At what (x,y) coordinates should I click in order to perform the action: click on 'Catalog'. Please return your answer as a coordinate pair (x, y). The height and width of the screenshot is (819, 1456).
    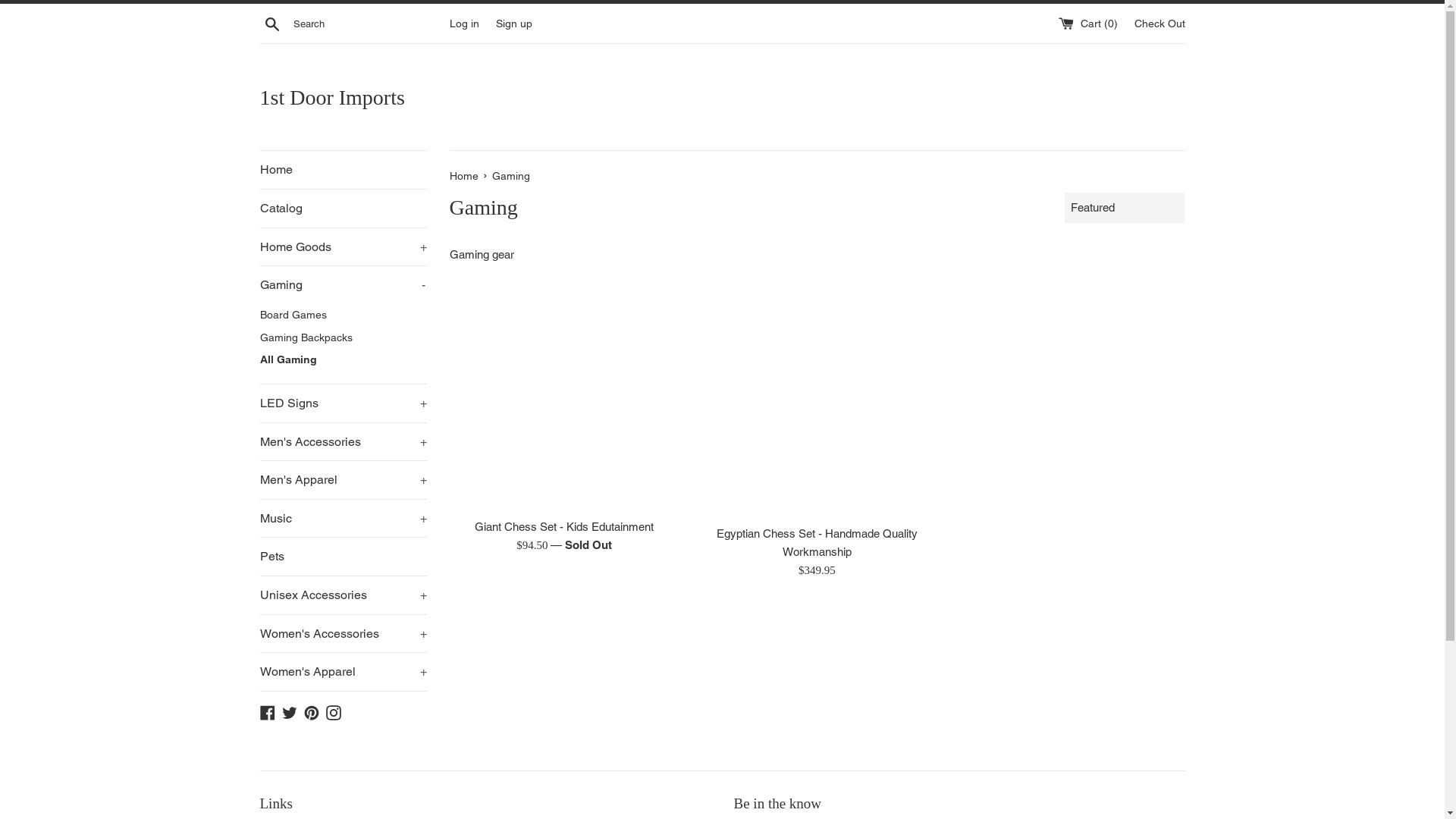
    Looking at the image, I should click on (259, 208).